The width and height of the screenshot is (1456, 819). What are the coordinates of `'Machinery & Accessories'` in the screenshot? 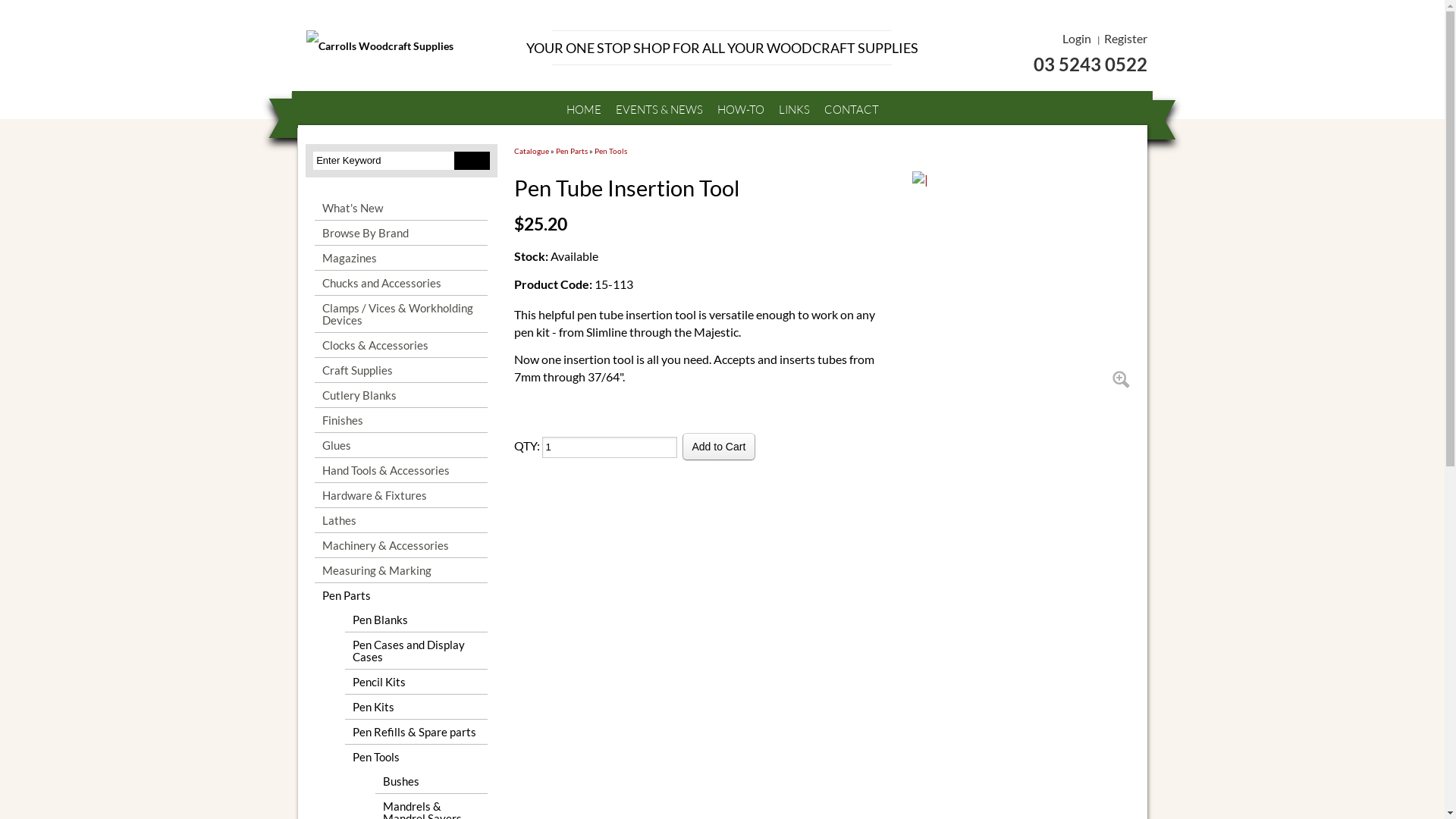 It's located at (313, 544).